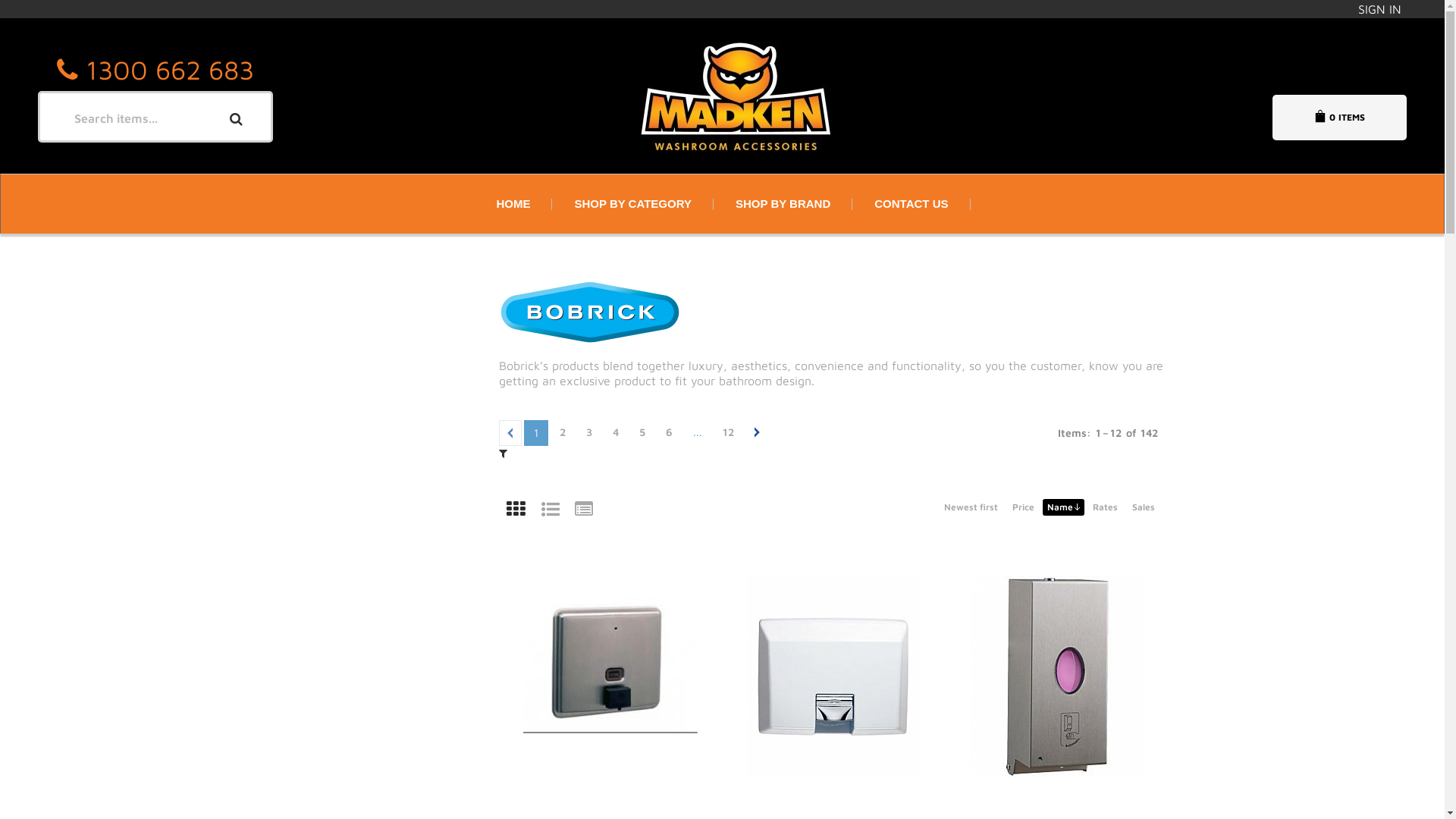 The width and height of the screenshot is (1456, 819). I want to click on 'SHOP BY BRAND', so click(783, 203).